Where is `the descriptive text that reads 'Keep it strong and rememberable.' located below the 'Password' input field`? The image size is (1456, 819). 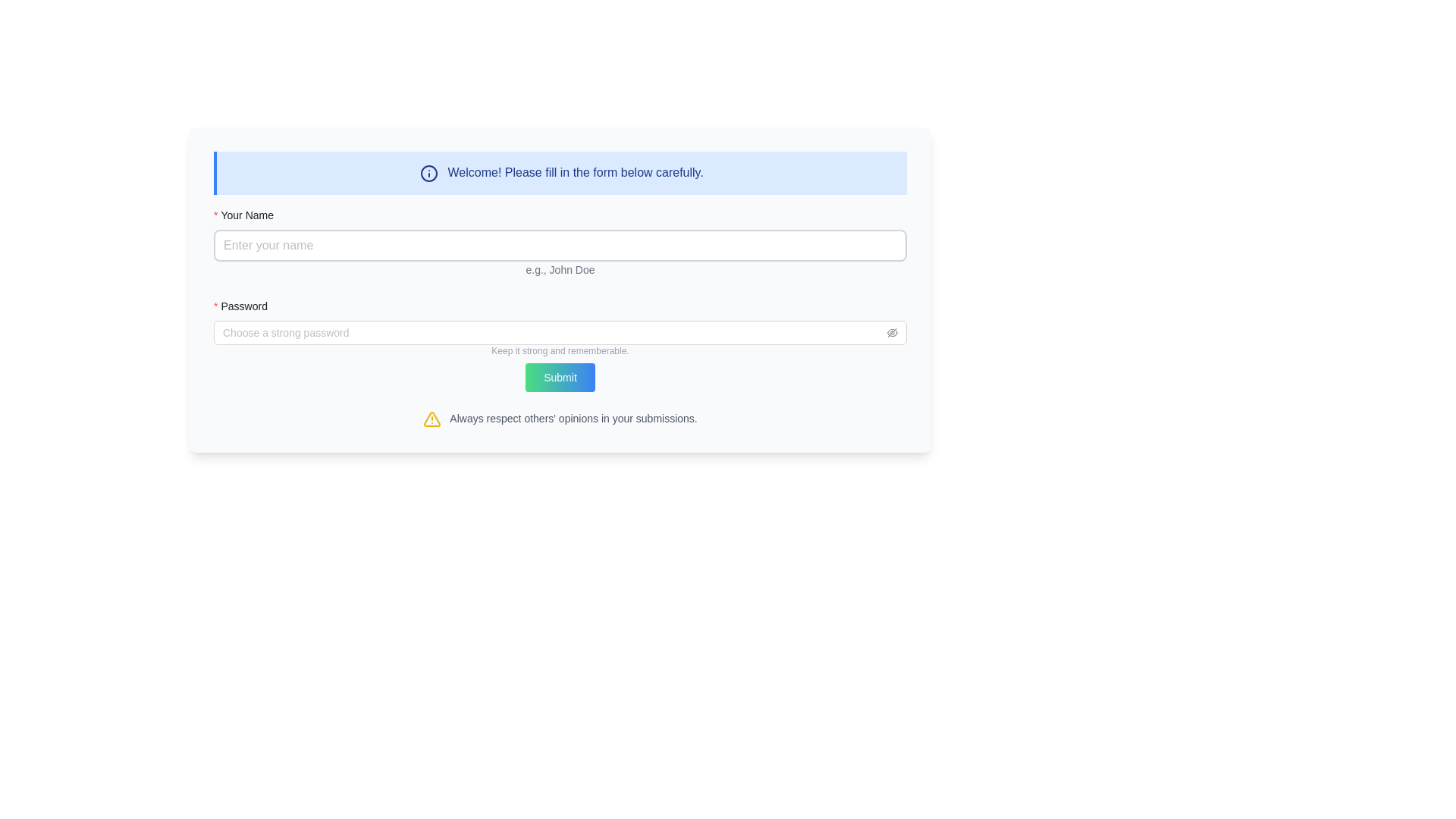 the descriptive text that reads 'Keep it strong and rememberable.' located below the 'Password' input field is located at coordinates (560, 341).